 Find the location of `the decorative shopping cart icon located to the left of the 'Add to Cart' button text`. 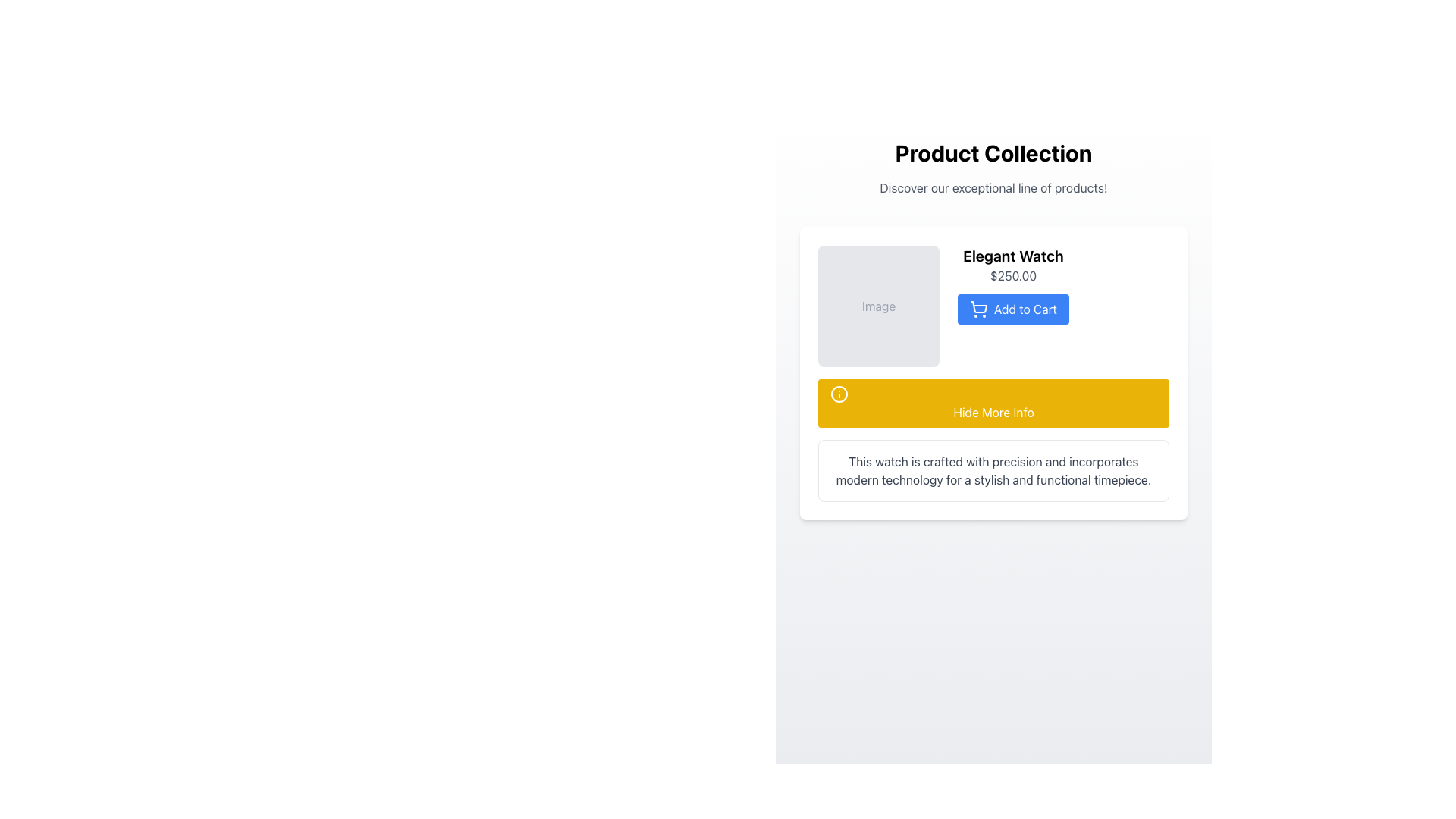

the decorative shopping cart icon located to the left of the 'Add to Cart' button text is located at coordinates (979, 307).